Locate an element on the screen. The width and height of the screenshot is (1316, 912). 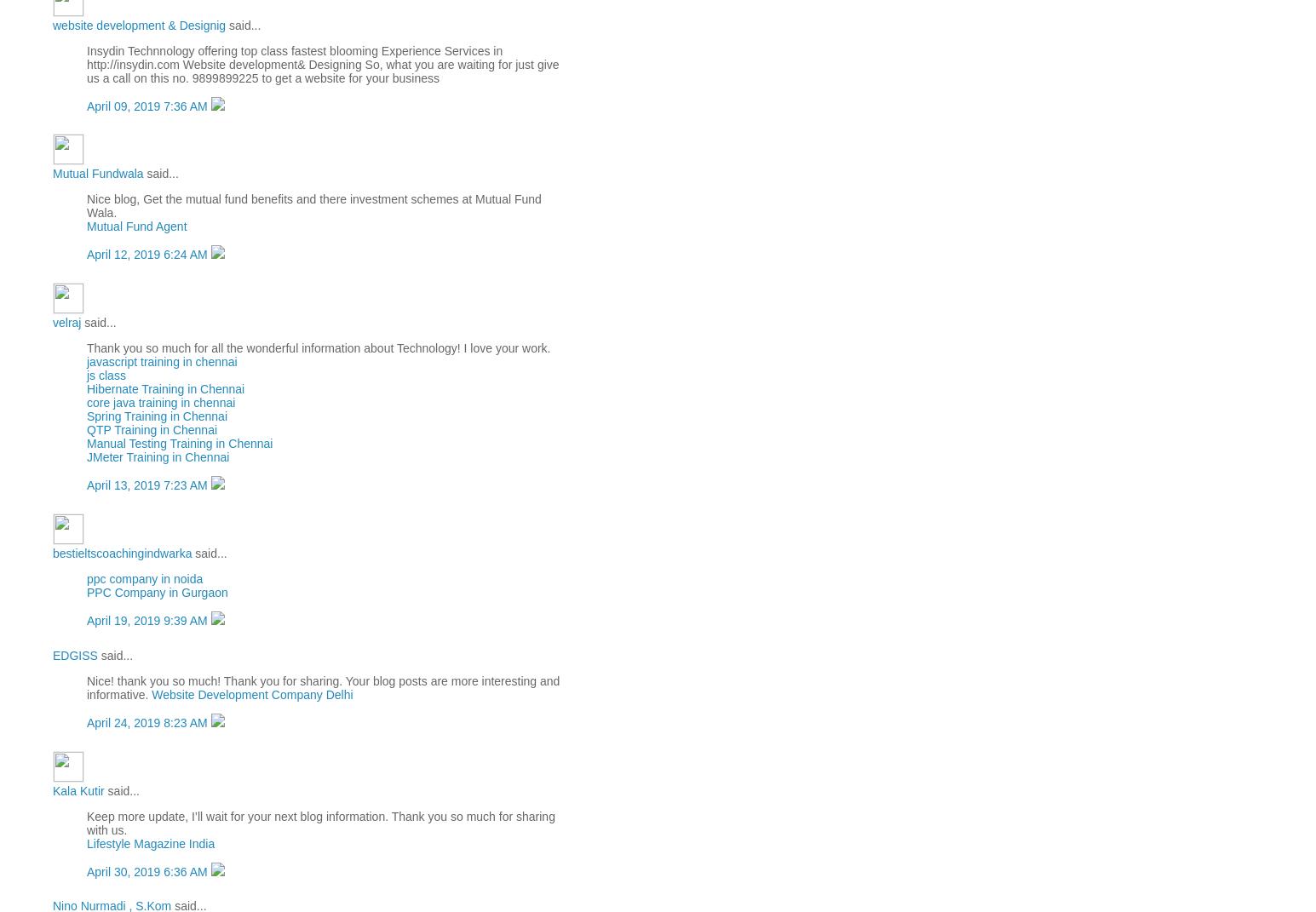
'Mutual Fund Agent' is located at coordinates (136, 227).